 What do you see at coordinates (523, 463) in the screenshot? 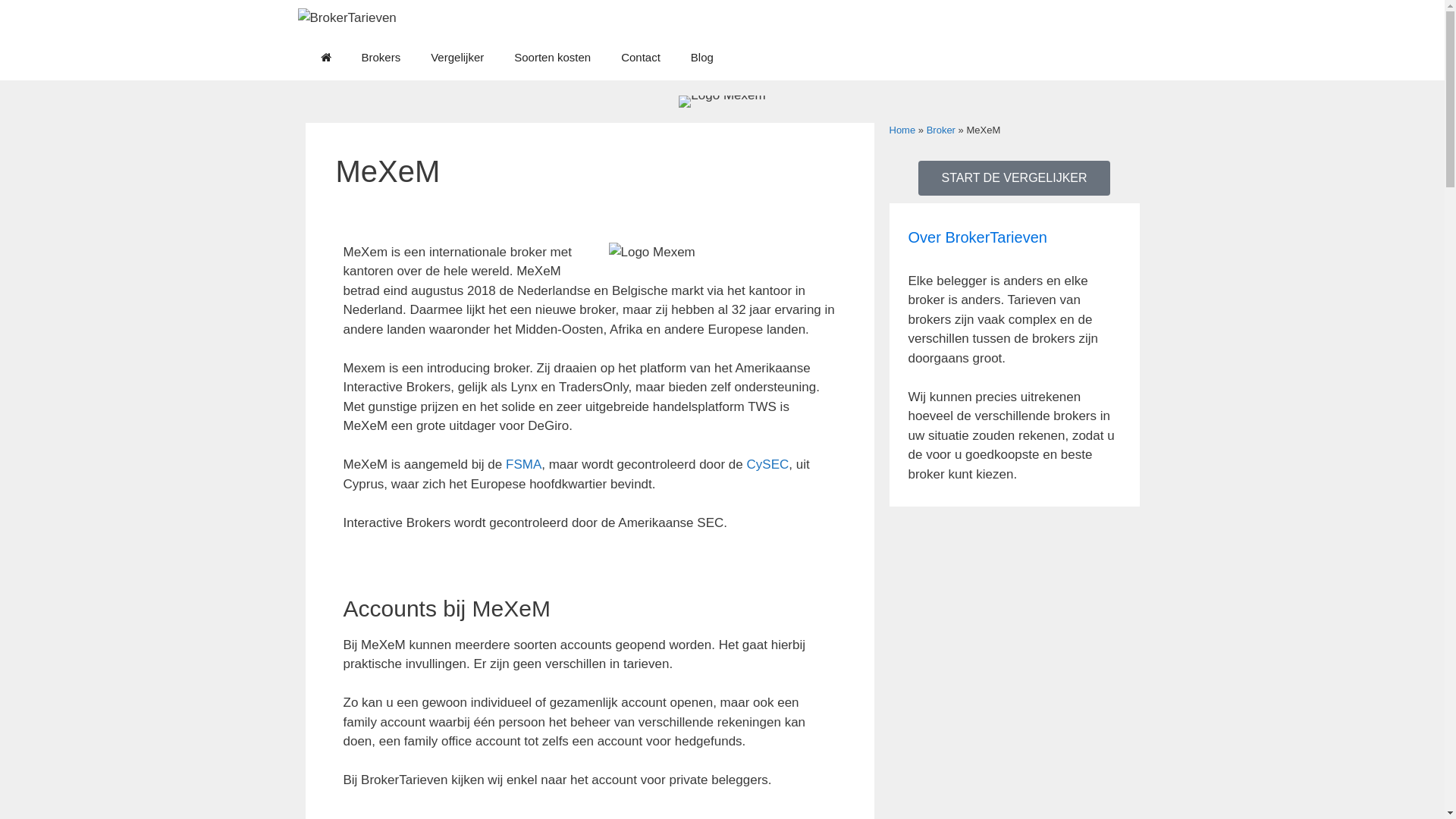
I see `'FSMA'` at bounding box center [523, 463].